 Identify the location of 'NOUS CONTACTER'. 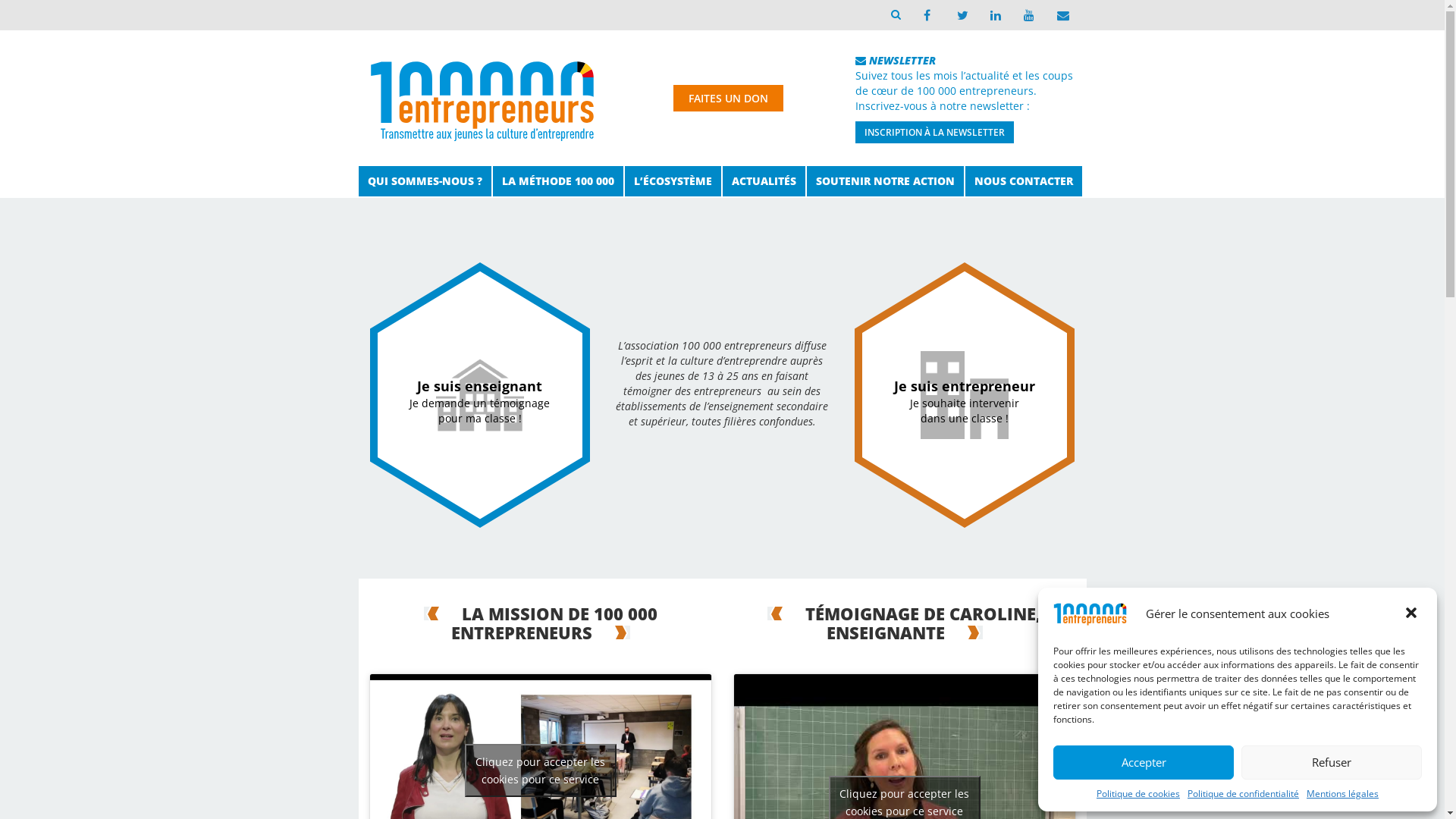
(1022, 180).